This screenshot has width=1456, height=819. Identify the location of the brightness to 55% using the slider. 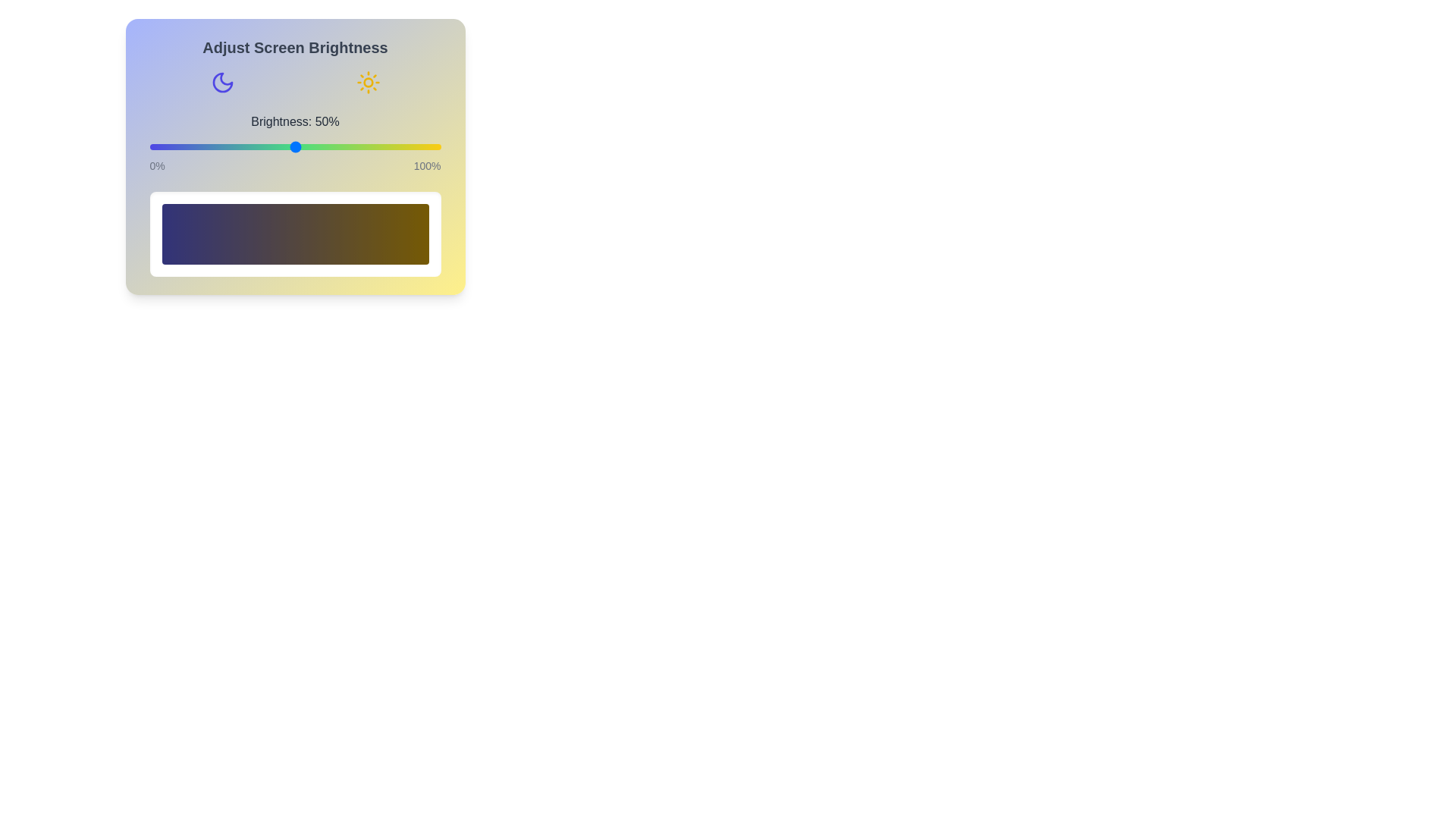
(309, 146).